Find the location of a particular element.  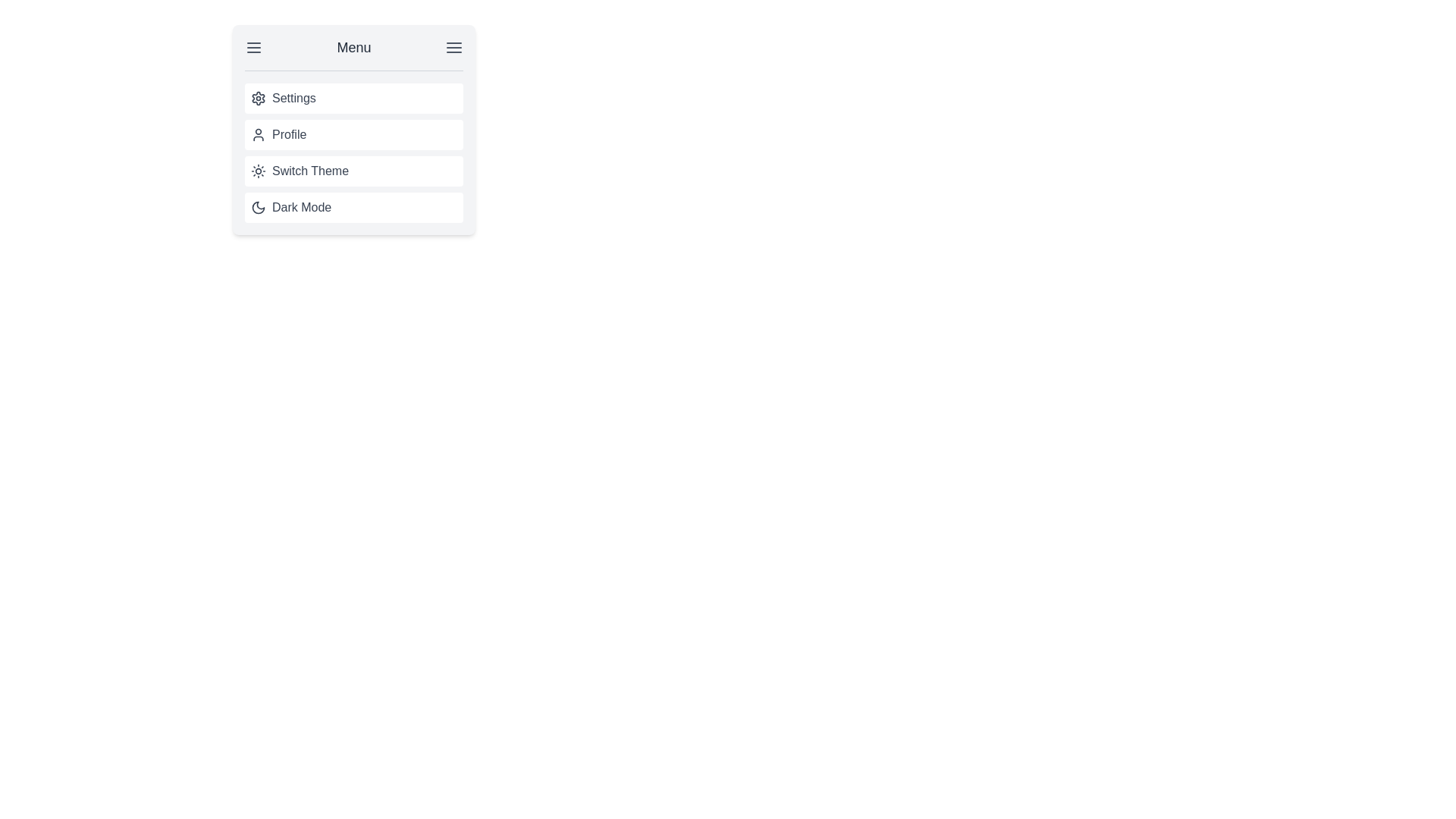

on the 'Menu' label in the header or menu bar, which is a horizontal bar at the top of a gray-bordered panel, containing bold, centered text and flanked by hamburger menu icons is located at coordinates (353, 52).